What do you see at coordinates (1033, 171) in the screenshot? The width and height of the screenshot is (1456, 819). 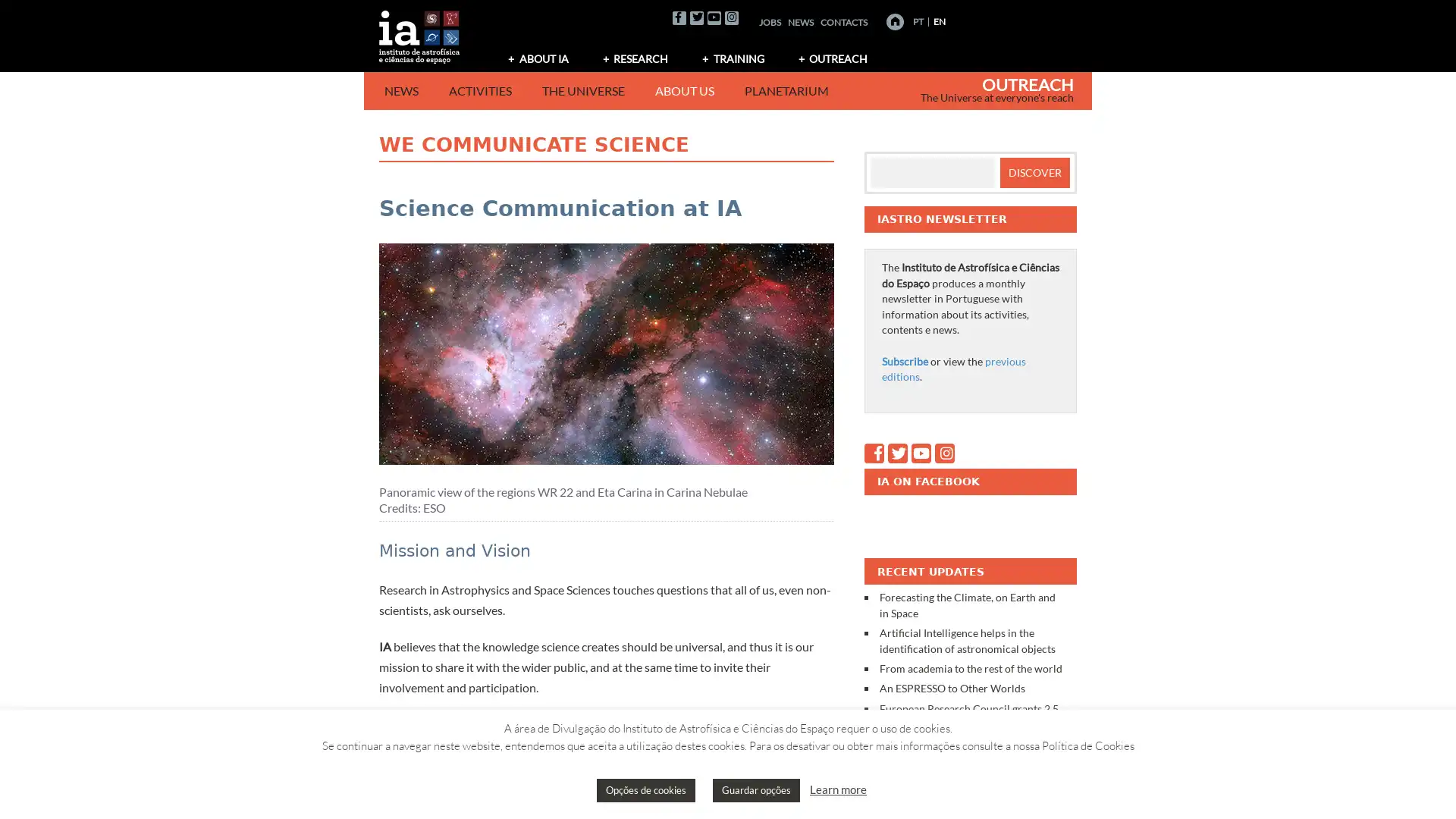 I see `Discover` at bounding box center [1033, 171].